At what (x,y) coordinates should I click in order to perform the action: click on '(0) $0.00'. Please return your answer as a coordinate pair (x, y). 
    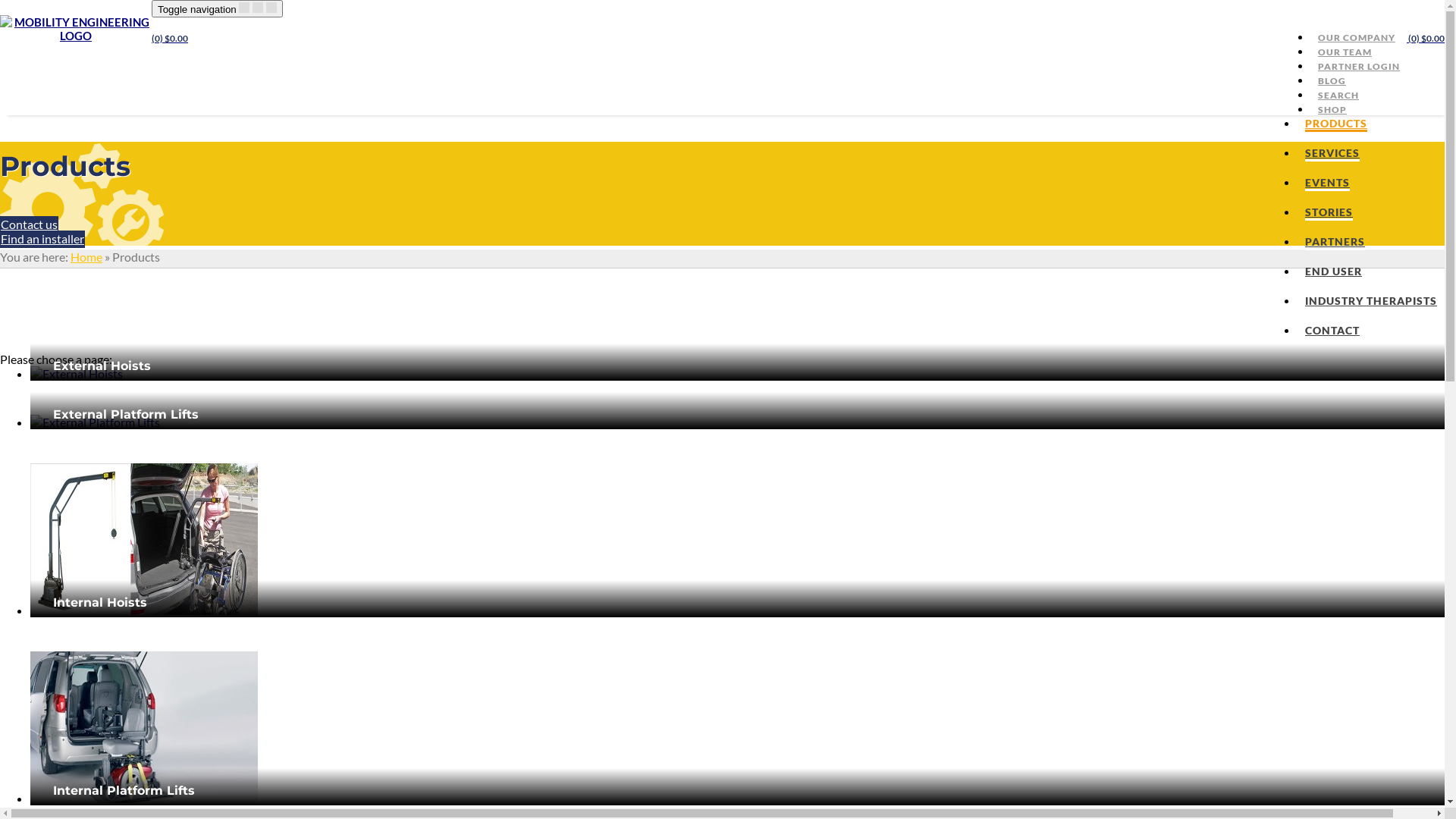
    Looking at the image, I should click on (152, 37).